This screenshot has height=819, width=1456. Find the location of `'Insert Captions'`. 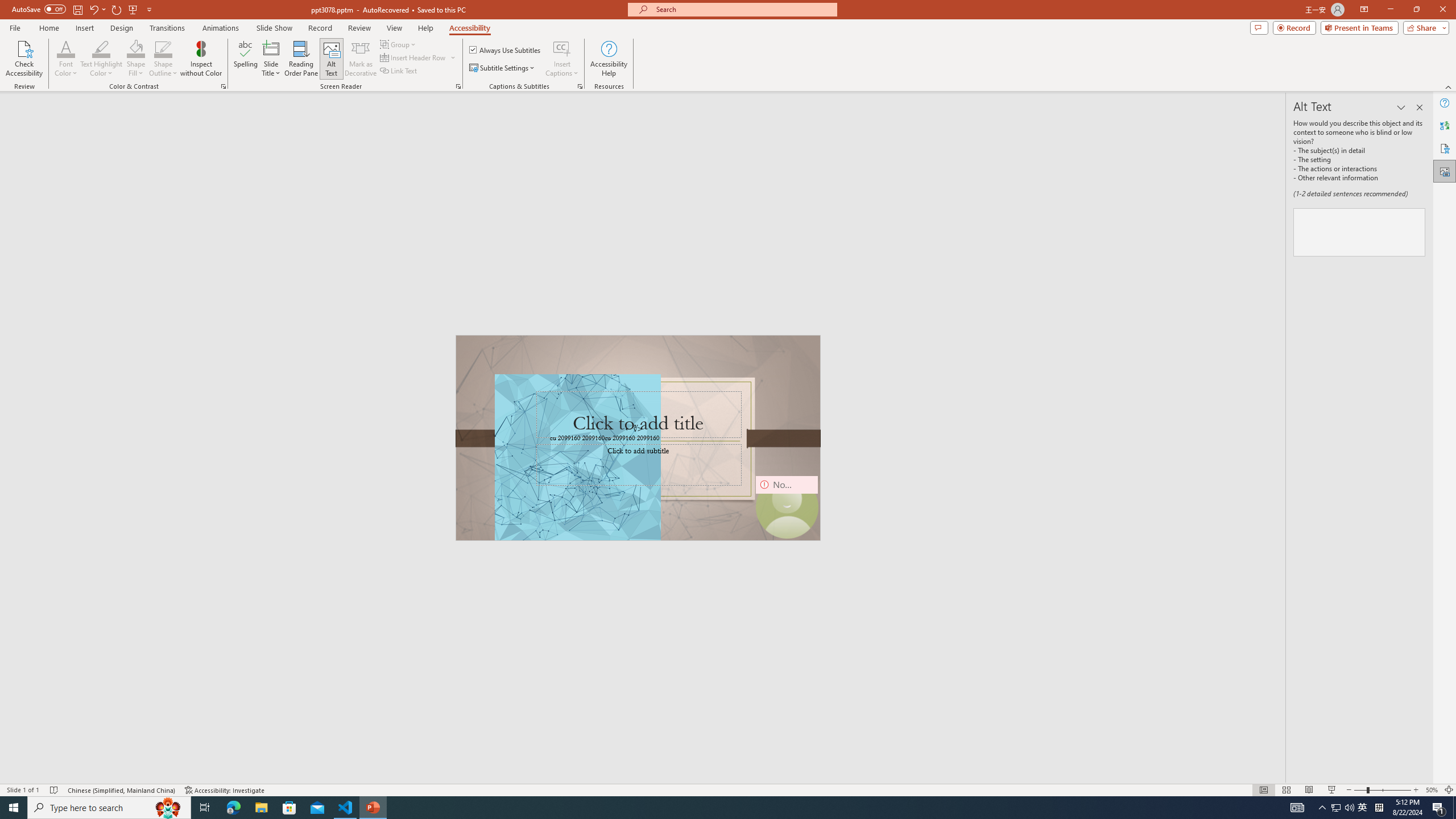

'Insert Captions' is located at coordinates (561, 59).